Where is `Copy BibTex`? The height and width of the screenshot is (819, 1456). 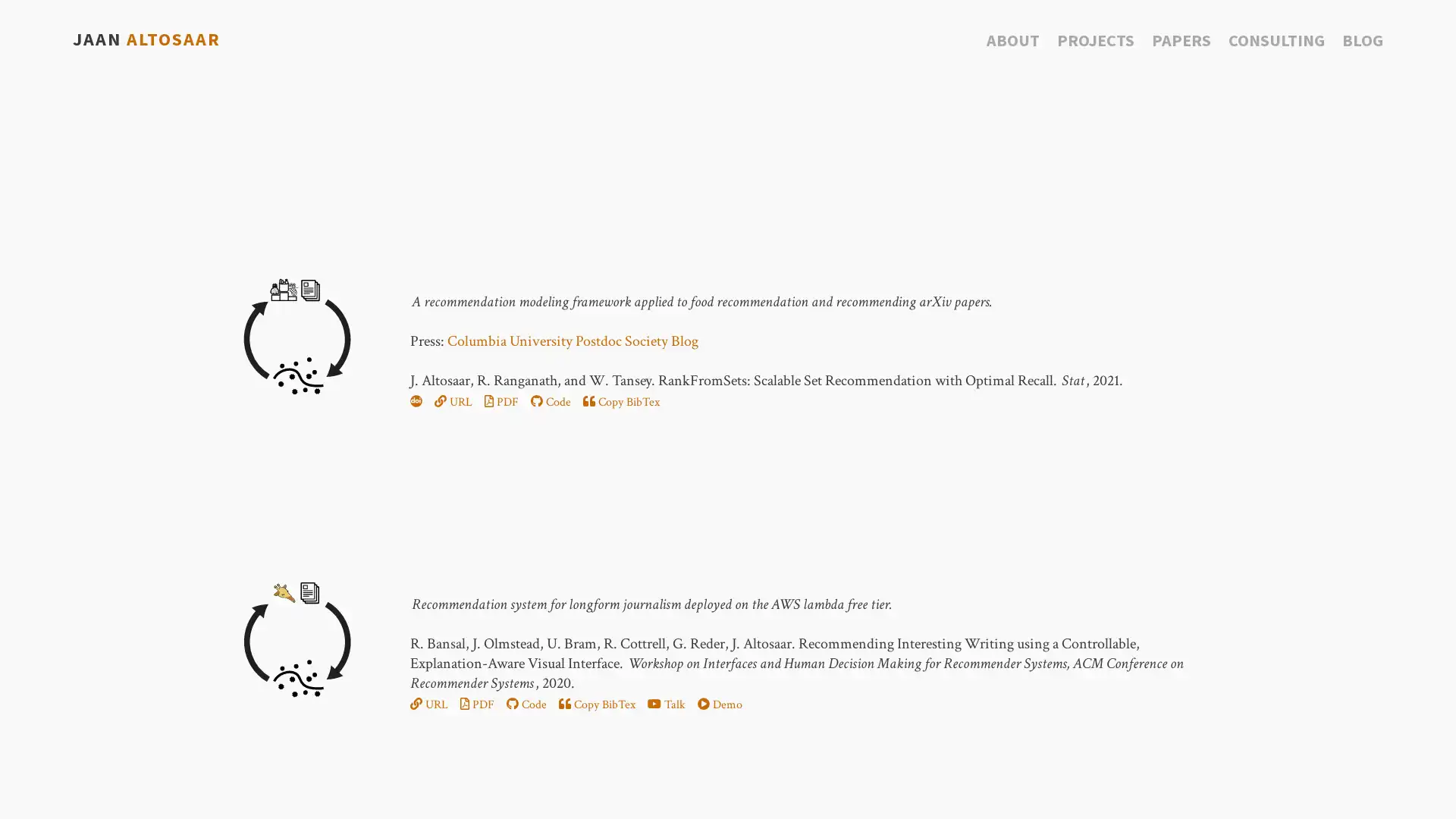
Copy BibTex is located at coordinates (595, 704).